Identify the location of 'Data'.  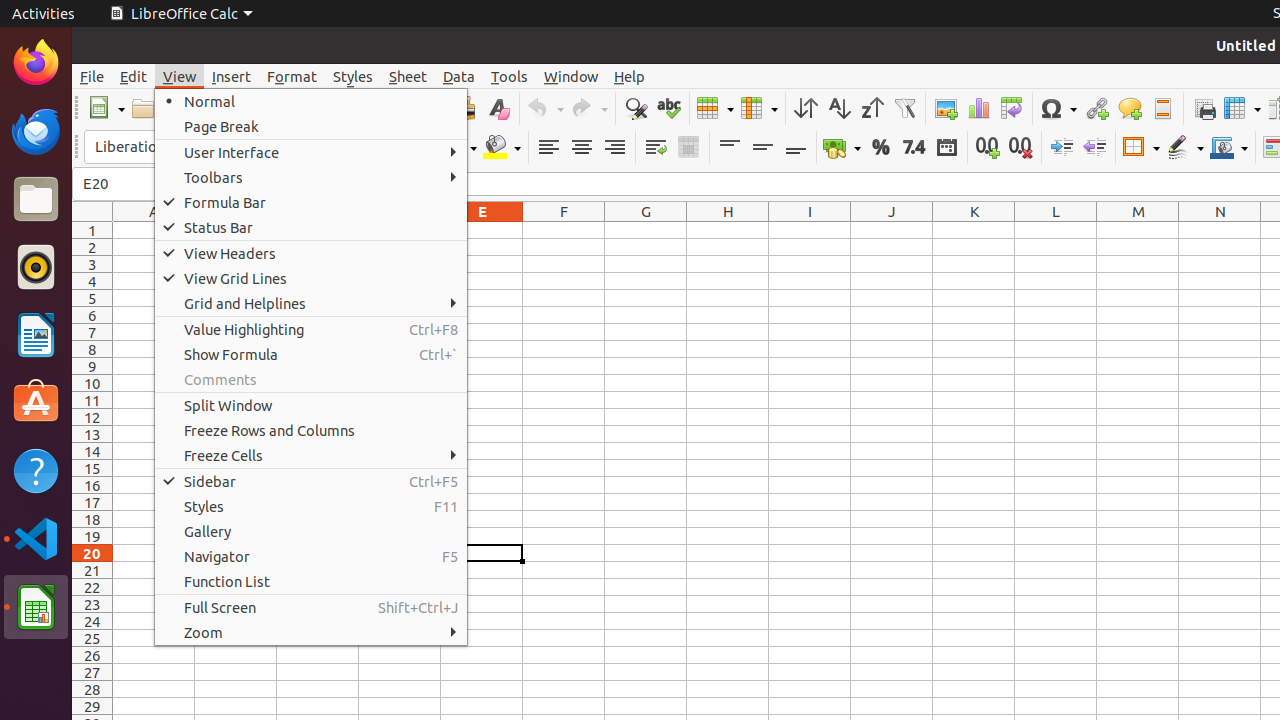
(458, 75).